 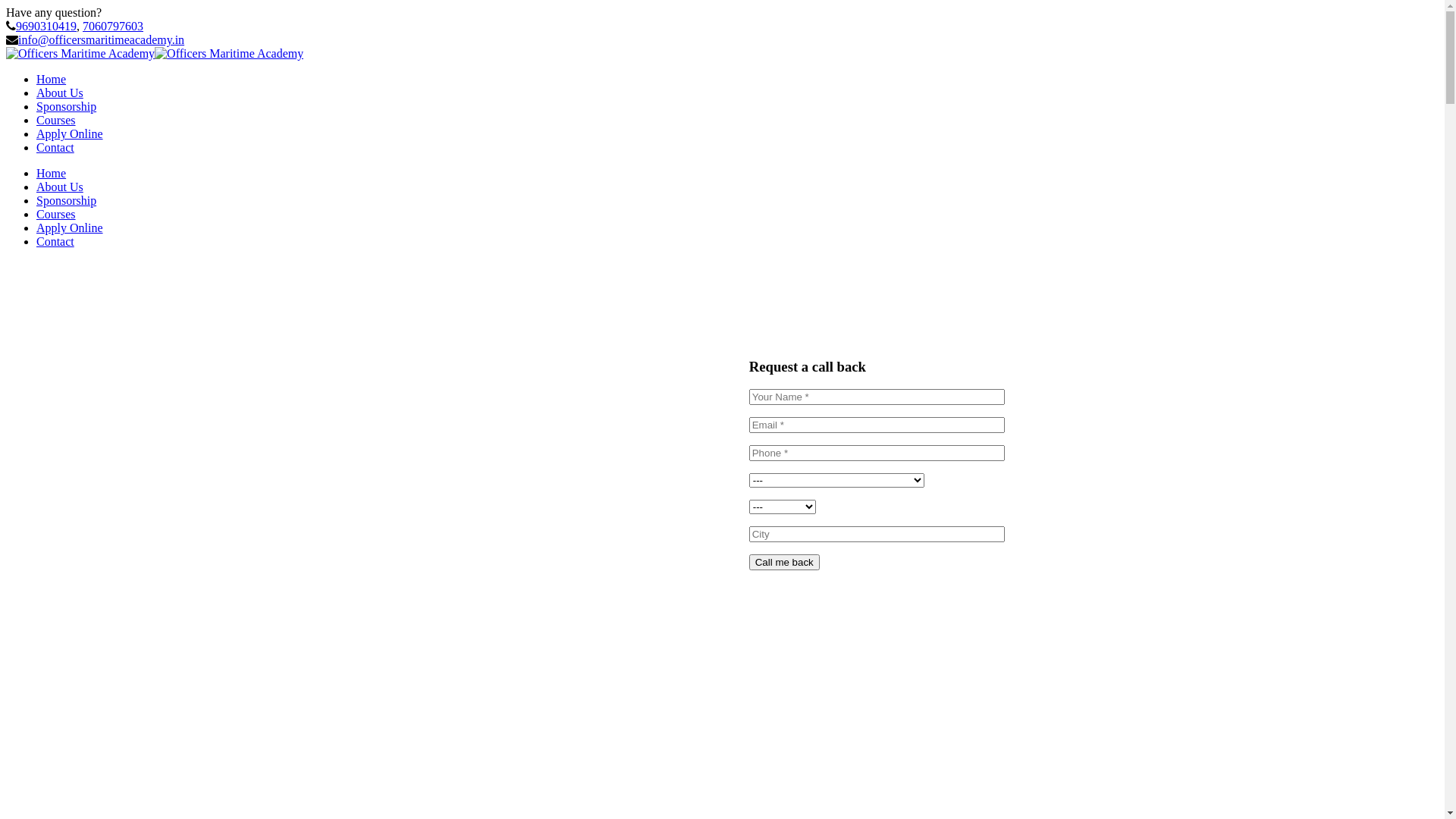 What do you see at coordinates (55, 240) in the screenshot?
I see `'Contact'` at bounding box center [55, 240].